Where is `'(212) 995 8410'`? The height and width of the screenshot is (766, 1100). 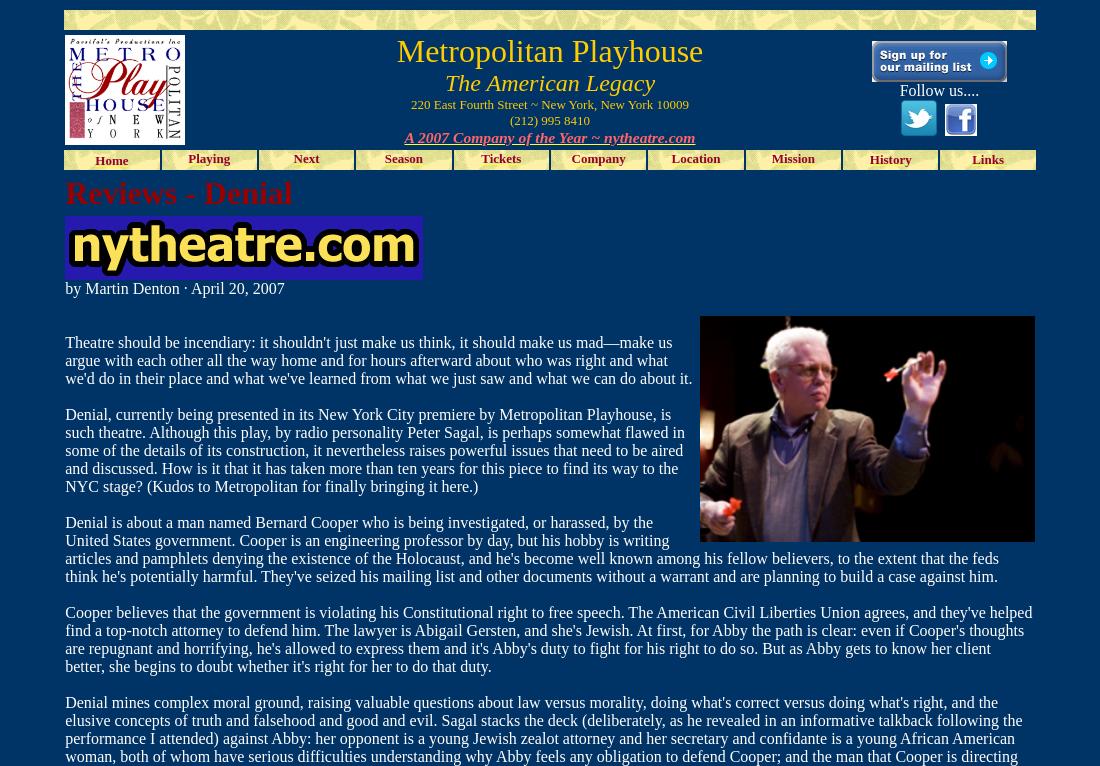
'(212) 995 8410' is located at coordinates (549, 120).